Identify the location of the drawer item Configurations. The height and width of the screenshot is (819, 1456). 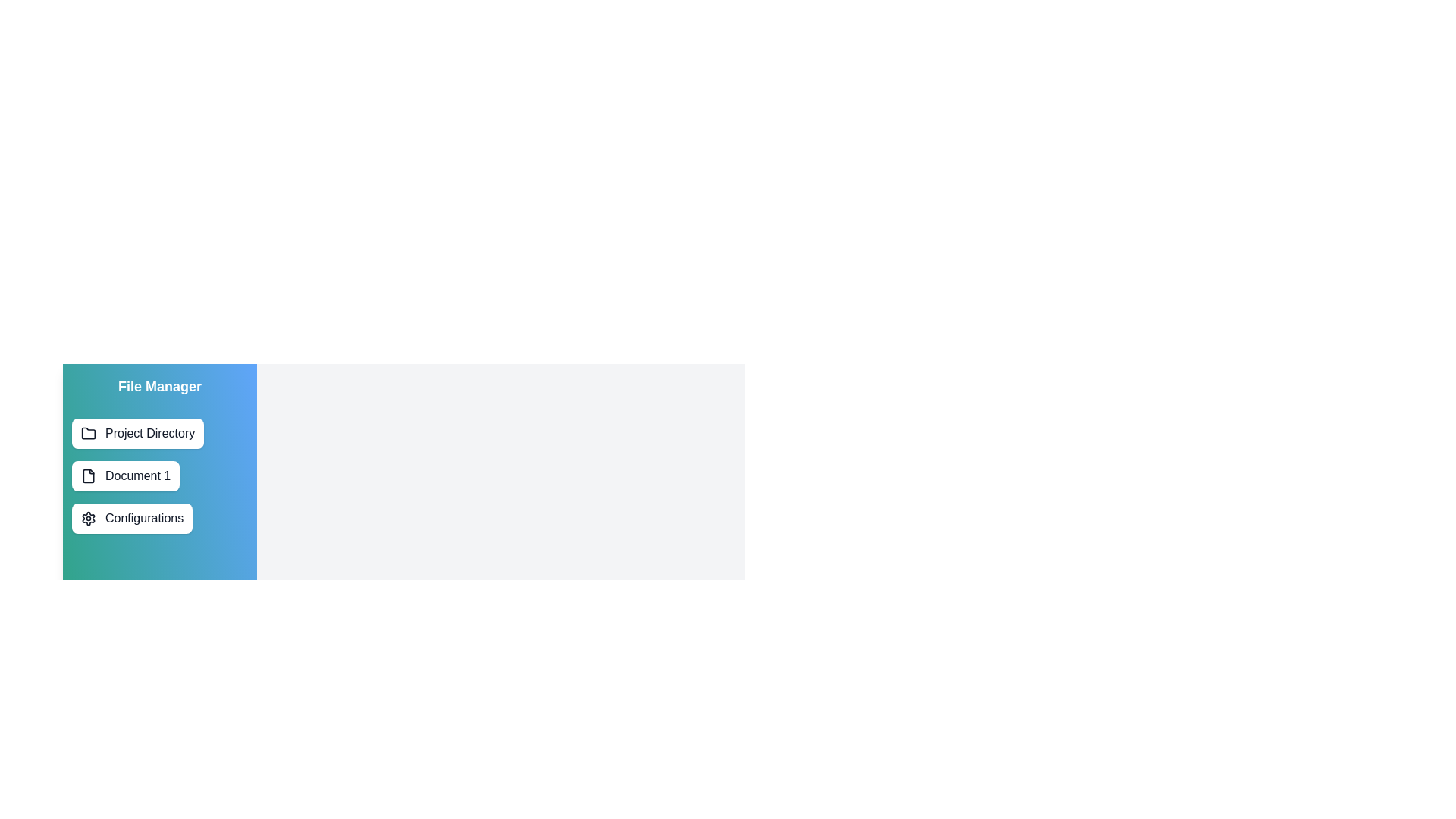
(131, 517).